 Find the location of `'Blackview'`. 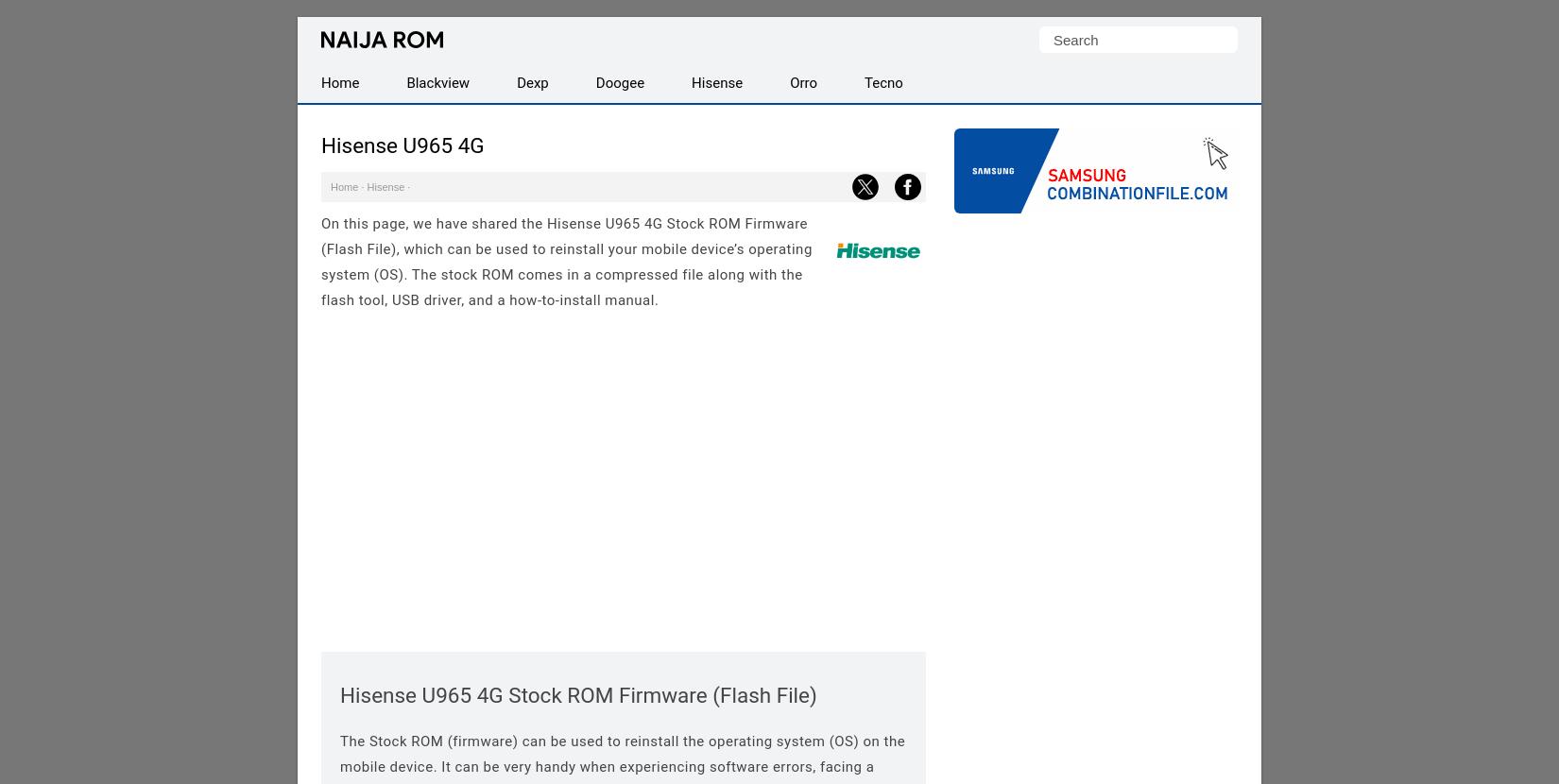

'Blackview' is located at coordinates (404, 82).